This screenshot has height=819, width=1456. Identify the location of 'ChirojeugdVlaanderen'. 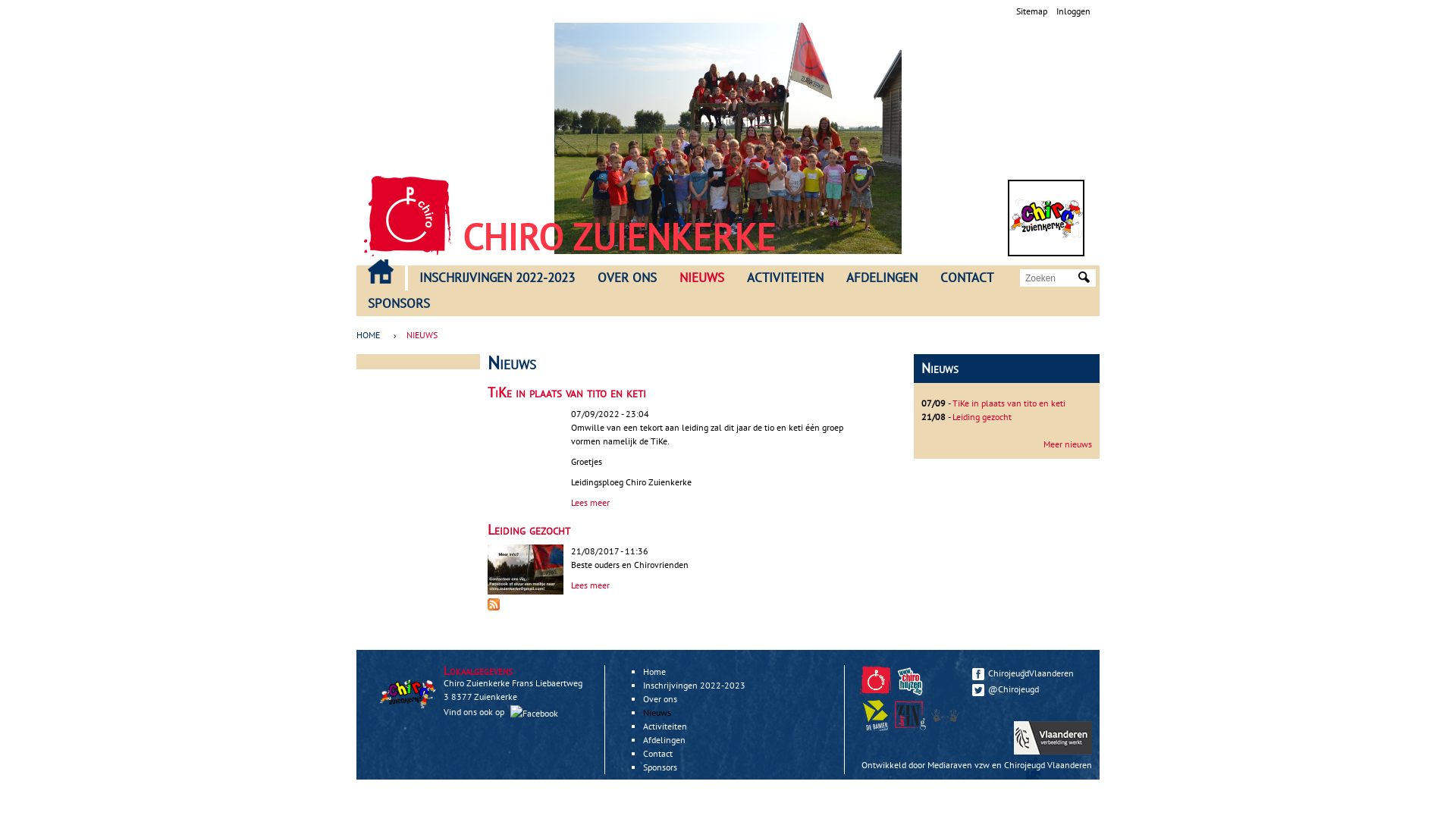
(1028, 672).